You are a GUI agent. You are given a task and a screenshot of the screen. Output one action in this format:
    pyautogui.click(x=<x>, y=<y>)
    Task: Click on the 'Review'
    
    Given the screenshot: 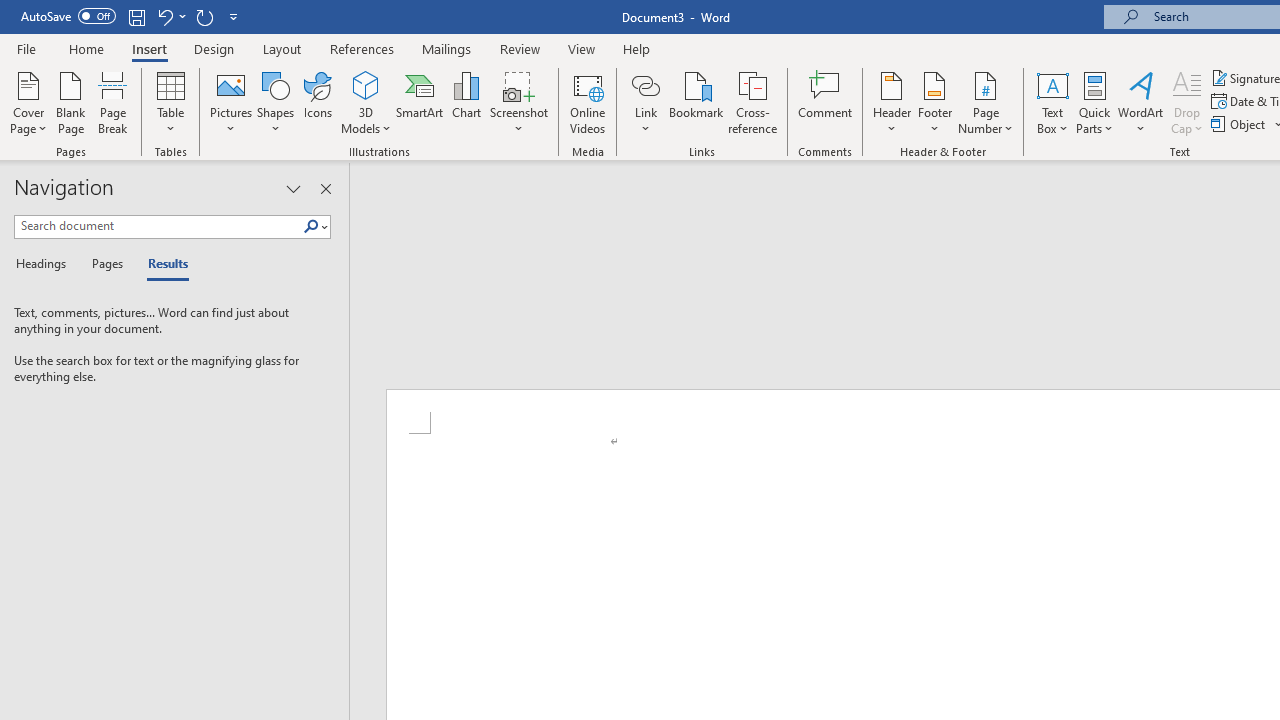 What is the action you would take?
    pyautogui.click(x=520, y=48)
    